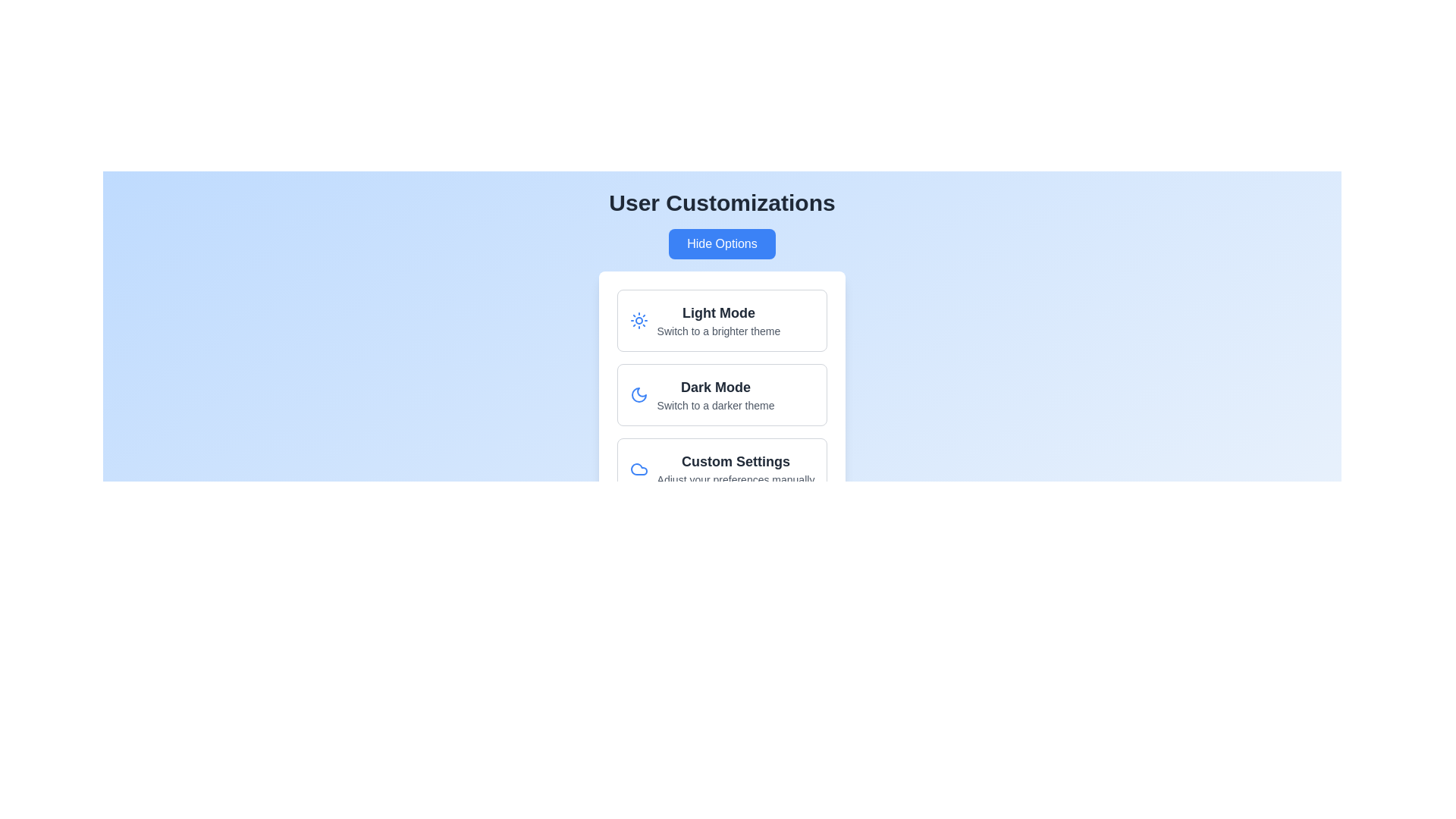  Describe the element at coordinates (721, 394) in the screenshot. I see `the center of the 'Dark Mode' card to select it` at that location.